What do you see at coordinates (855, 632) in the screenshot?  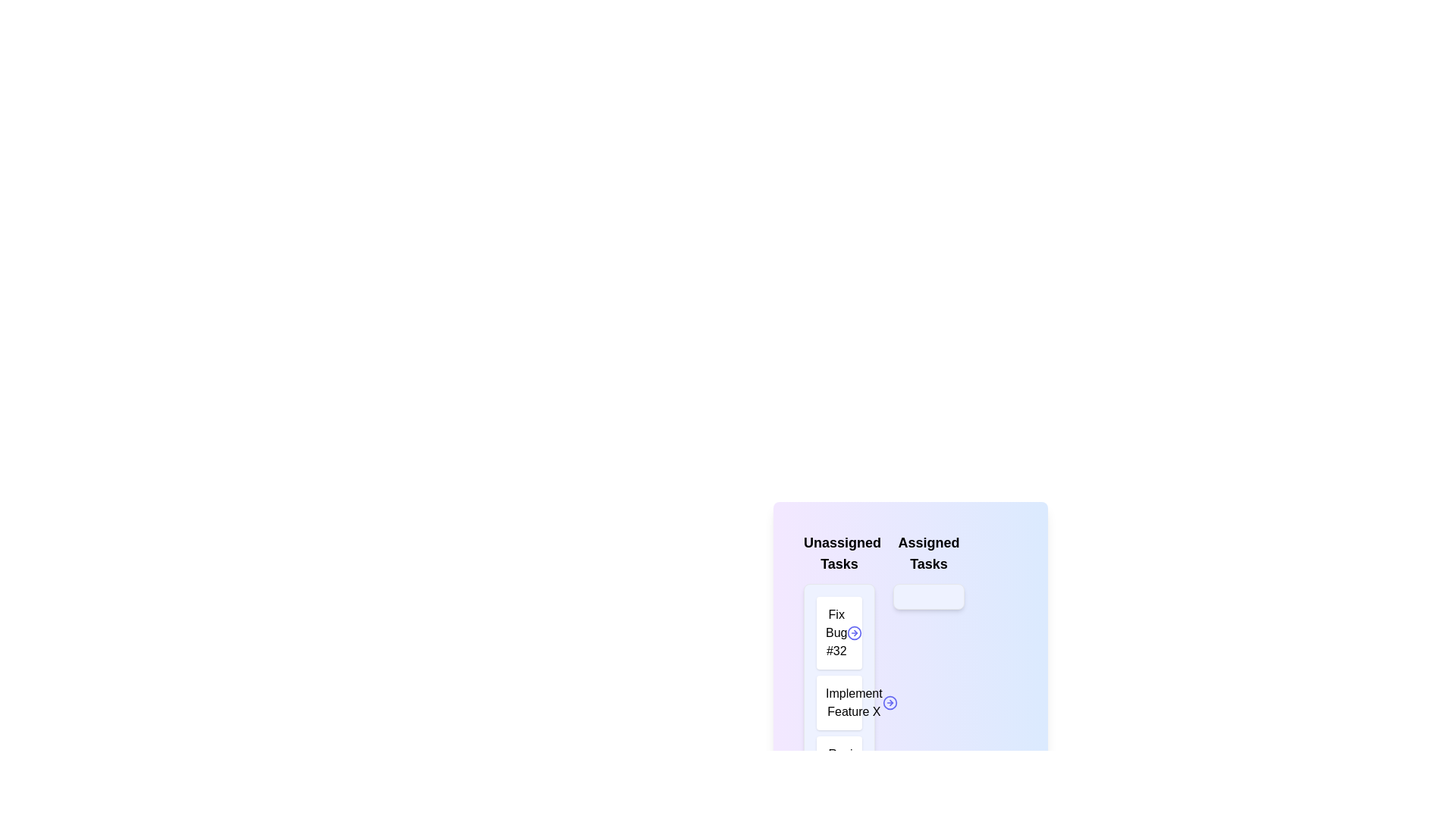 I see `arrow button next to the task 'Fix Bug #32' in the 'Unassigned Tasks' list to transfer it to 'Assigned Tasks'` at bounding box center [855, 632].